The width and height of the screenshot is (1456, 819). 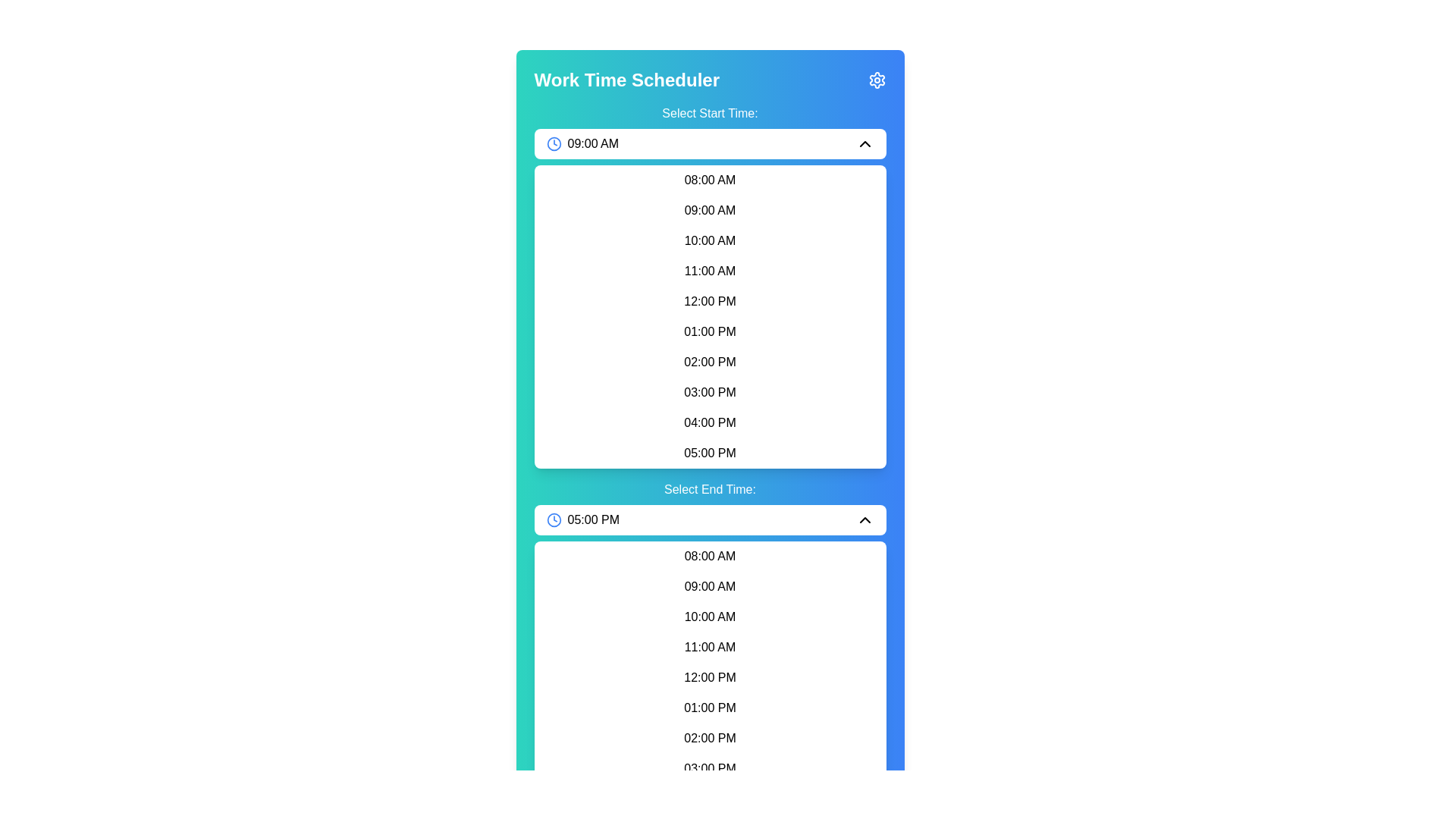 I want to click on the static text element that allows users to select '01:00 PM' in the Work Time Scheduler interface, so click(x=709, y=331).